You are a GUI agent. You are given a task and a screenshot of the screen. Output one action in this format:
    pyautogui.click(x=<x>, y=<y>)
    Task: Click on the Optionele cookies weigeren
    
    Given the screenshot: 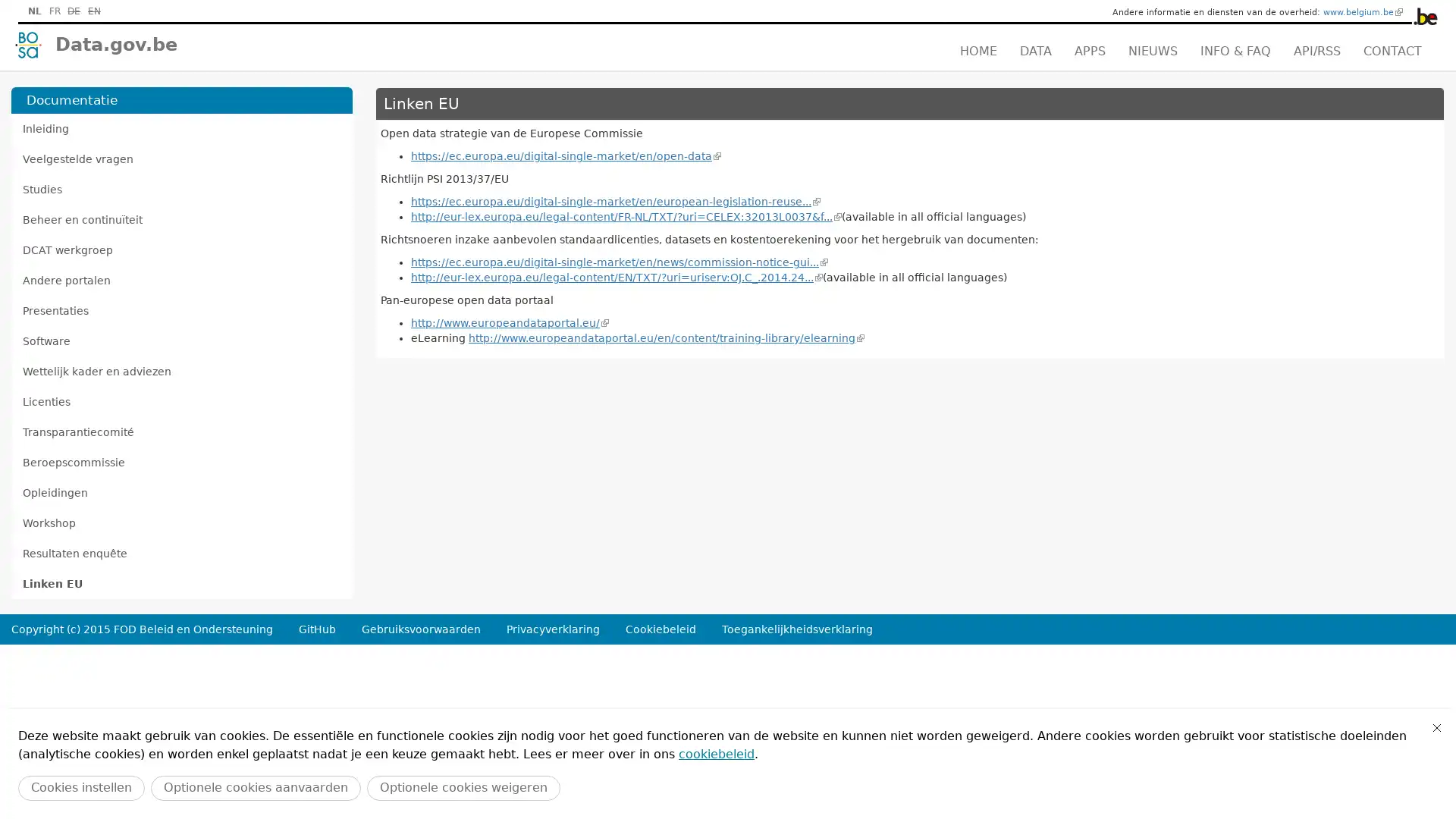 What is the action you would take?
    pyautogui.click(x=463, y=787)
    